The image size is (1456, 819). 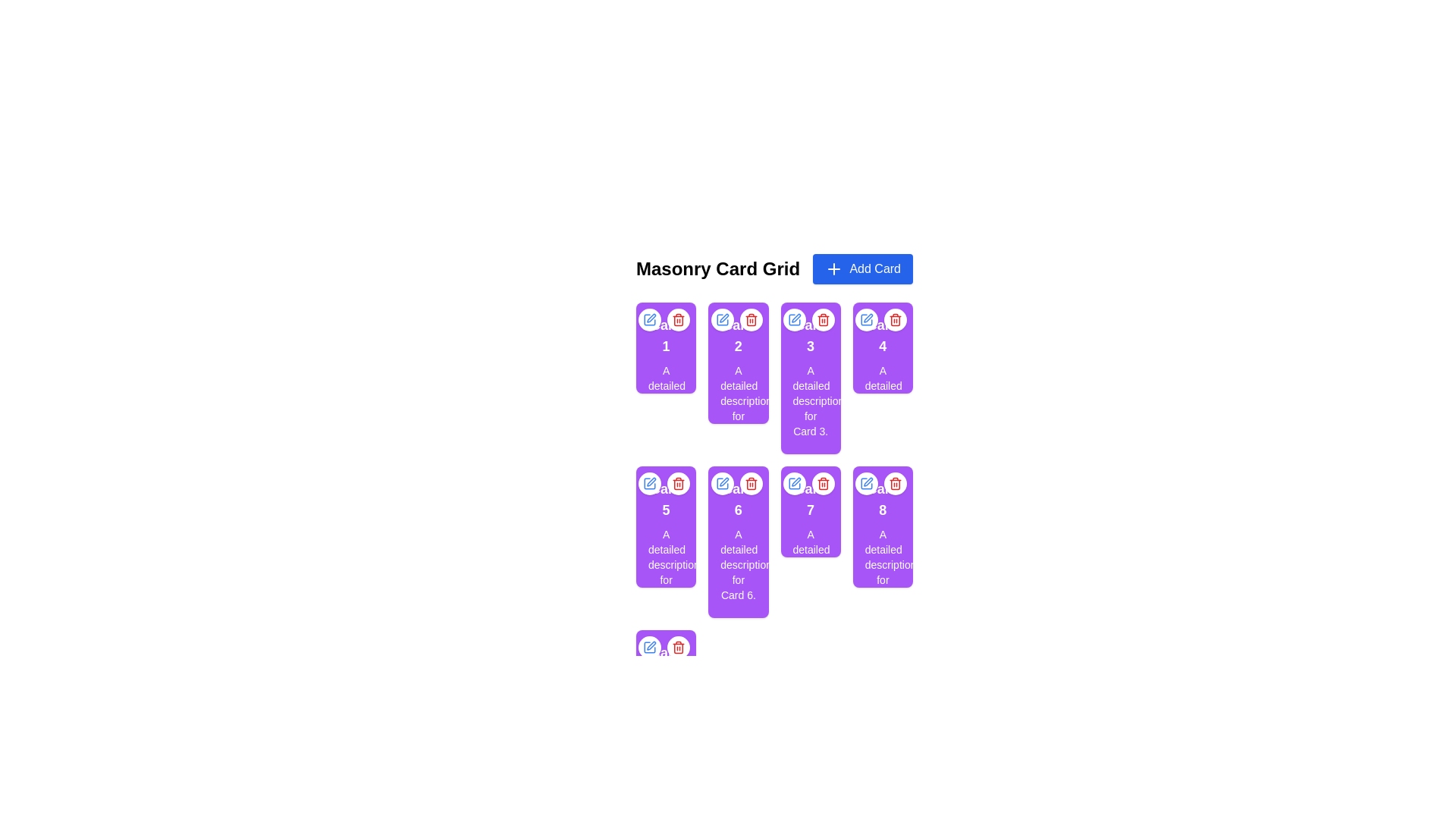 What do you see at coordinates (723, 317) in the screenshot?
I see `the edit icon button, which resembles a pen and is located in the second card of the grid layout` at bounding box center [723, 317].